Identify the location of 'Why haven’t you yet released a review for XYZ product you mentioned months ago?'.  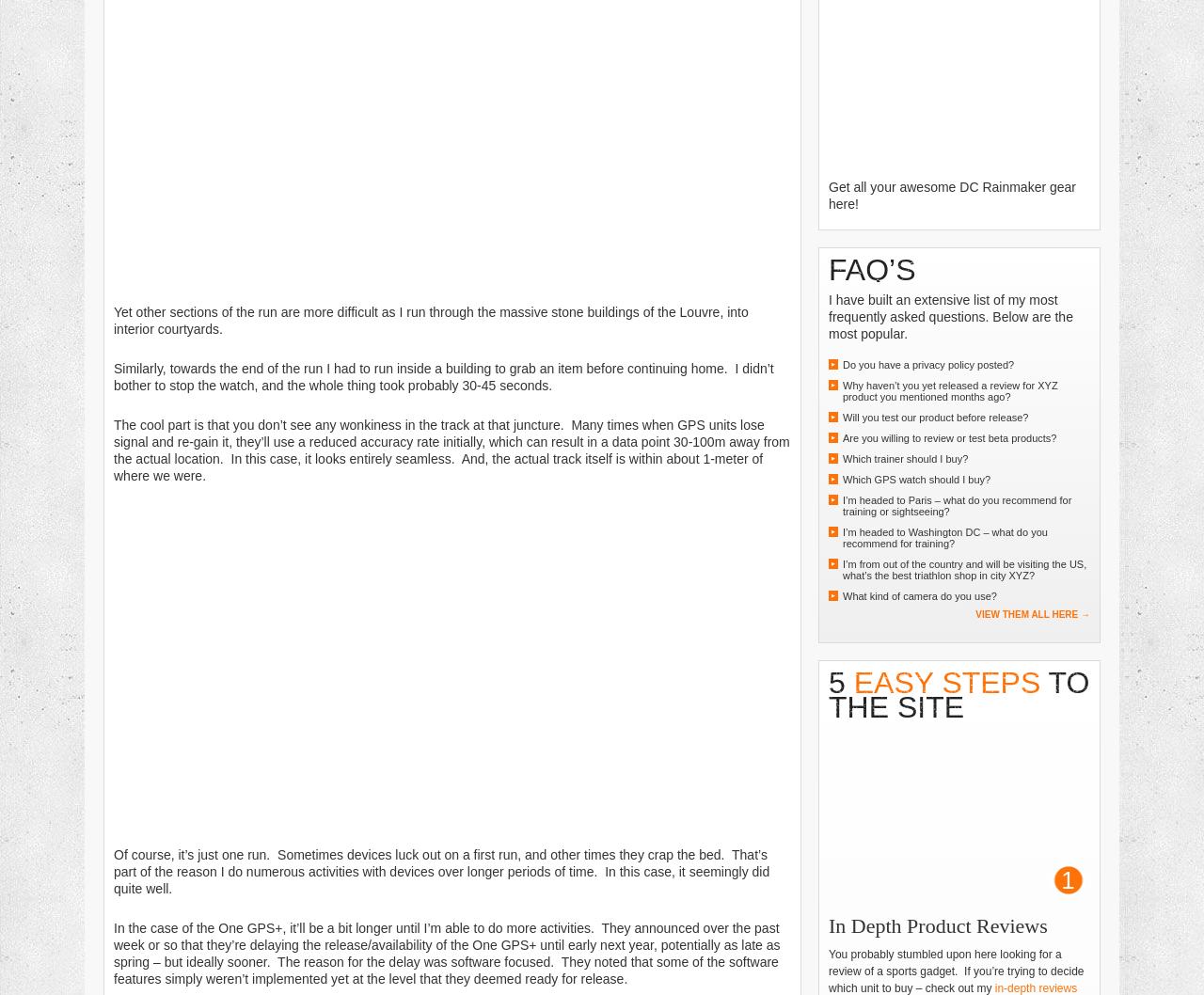
(950, 389).